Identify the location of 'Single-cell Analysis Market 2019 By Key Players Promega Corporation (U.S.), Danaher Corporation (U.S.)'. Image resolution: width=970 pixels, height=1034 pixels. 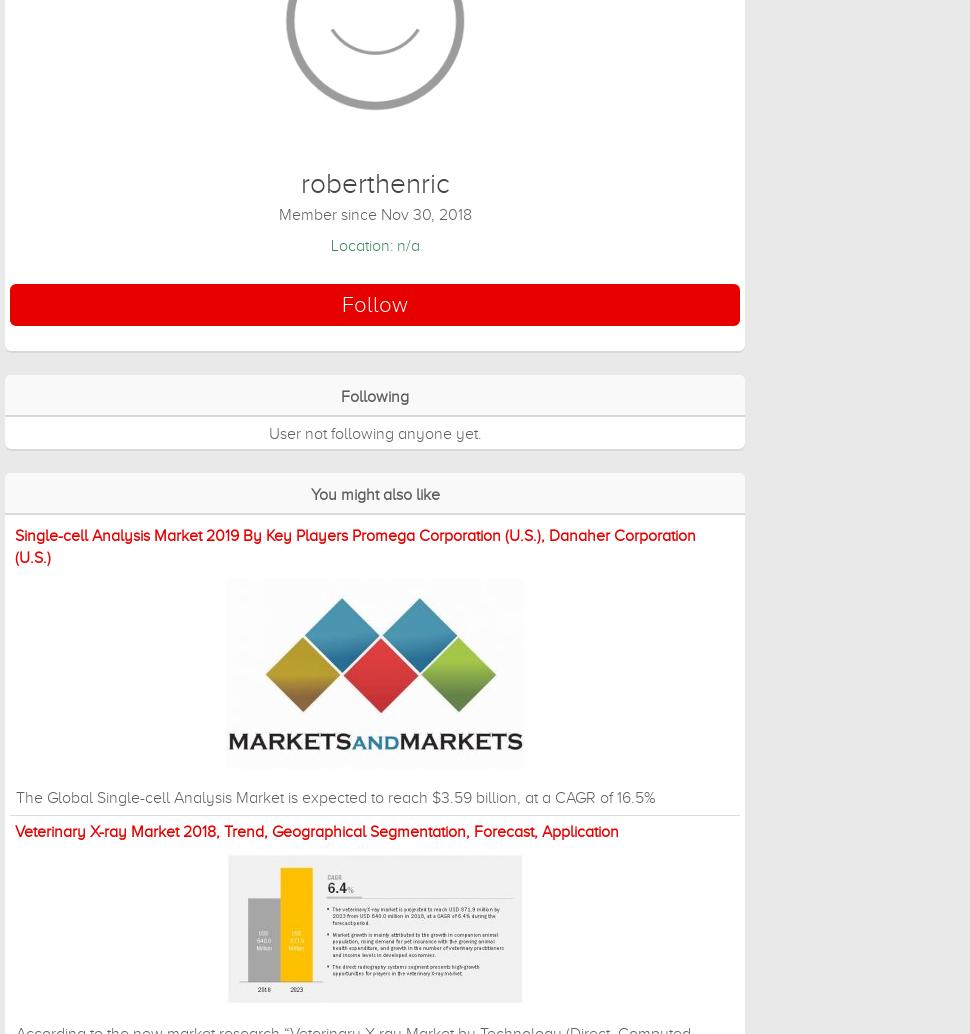
(354, 546).